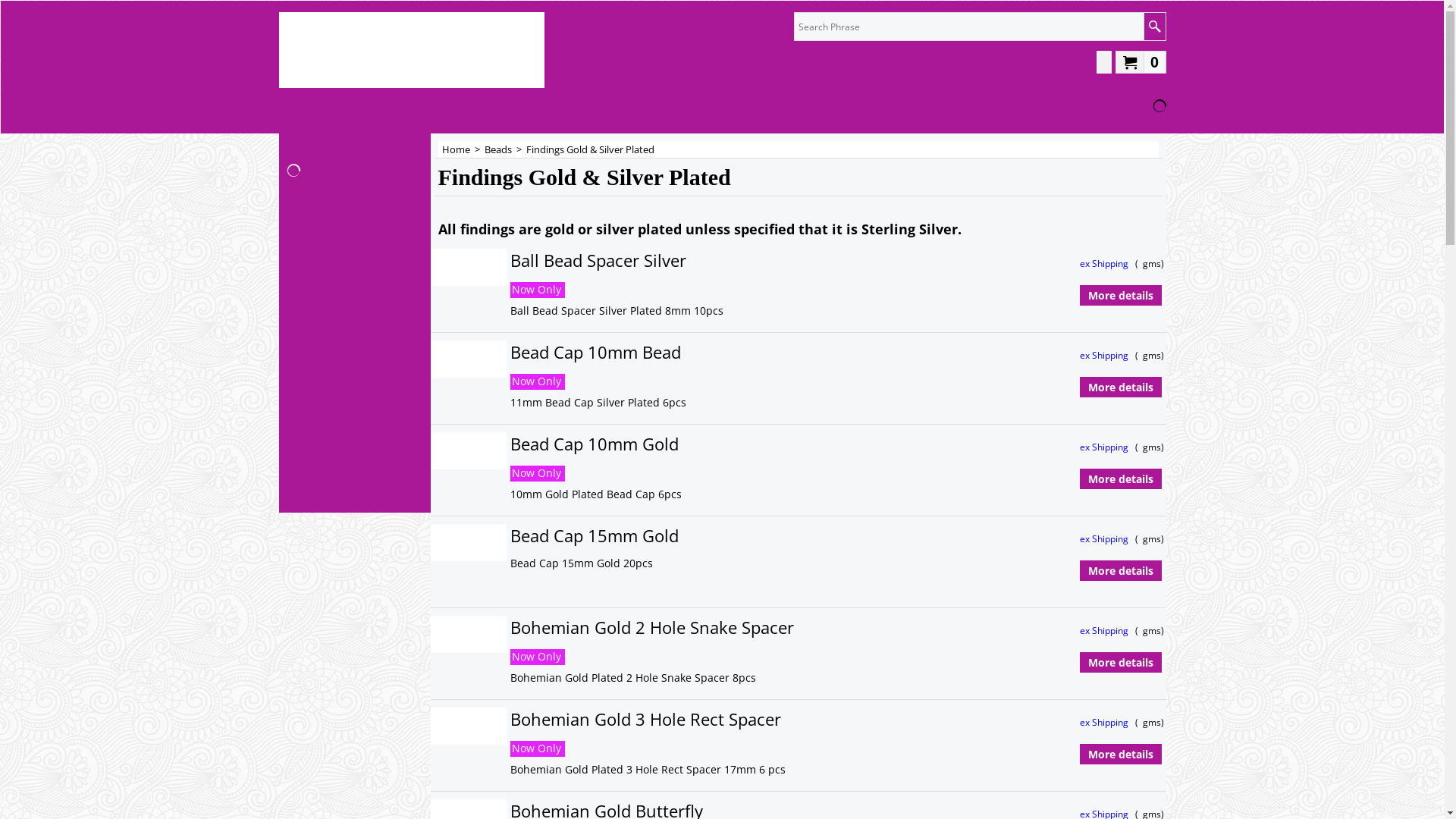 The width and height of the screenshot is (1456, 819). Describe the element at coordinates (1079, 570) in the screenshot. I see `'More details'` at that location.